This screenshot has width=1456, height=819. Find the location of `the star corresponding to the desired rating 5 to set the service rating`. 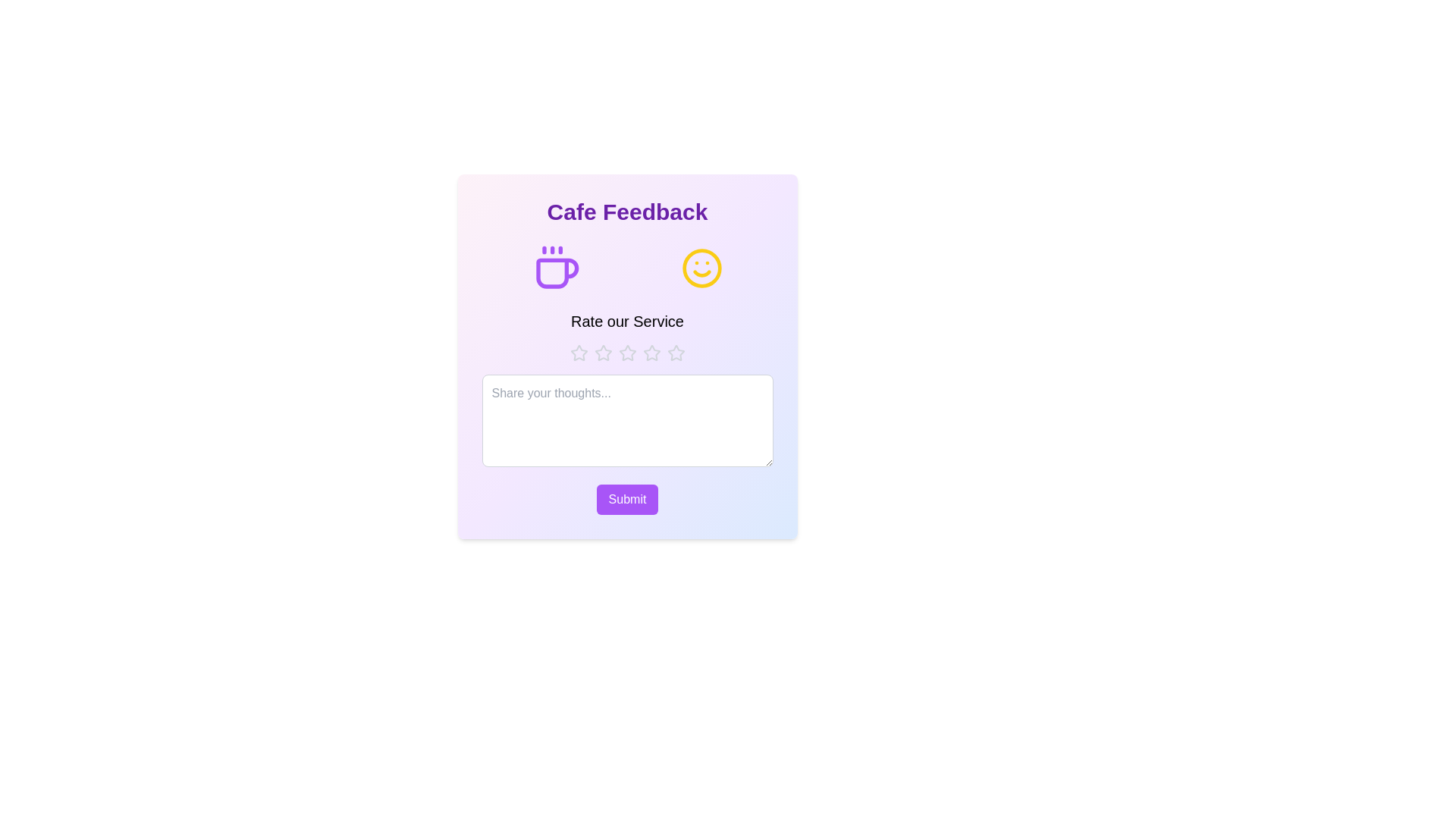

the star corresponding to the desired rating 5 to set the service rating is located at coordinates (675, 353).